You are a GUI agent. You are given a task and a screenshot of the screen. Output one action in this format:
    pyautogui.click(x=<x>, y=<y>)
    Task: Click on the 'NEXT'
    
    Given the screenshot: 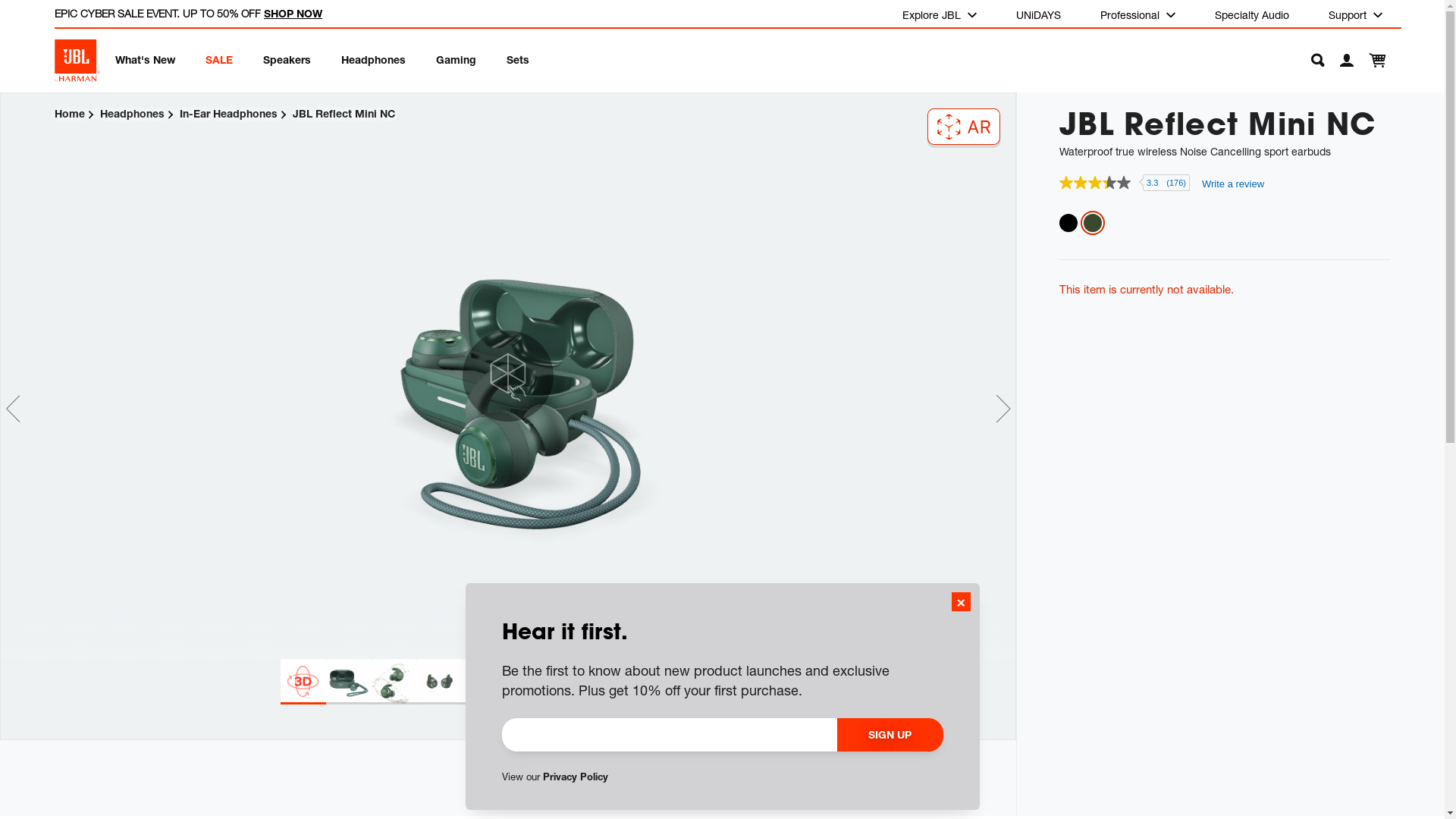 What is the action you would take?
    pyautogui.click(x=1003, y=408)
    